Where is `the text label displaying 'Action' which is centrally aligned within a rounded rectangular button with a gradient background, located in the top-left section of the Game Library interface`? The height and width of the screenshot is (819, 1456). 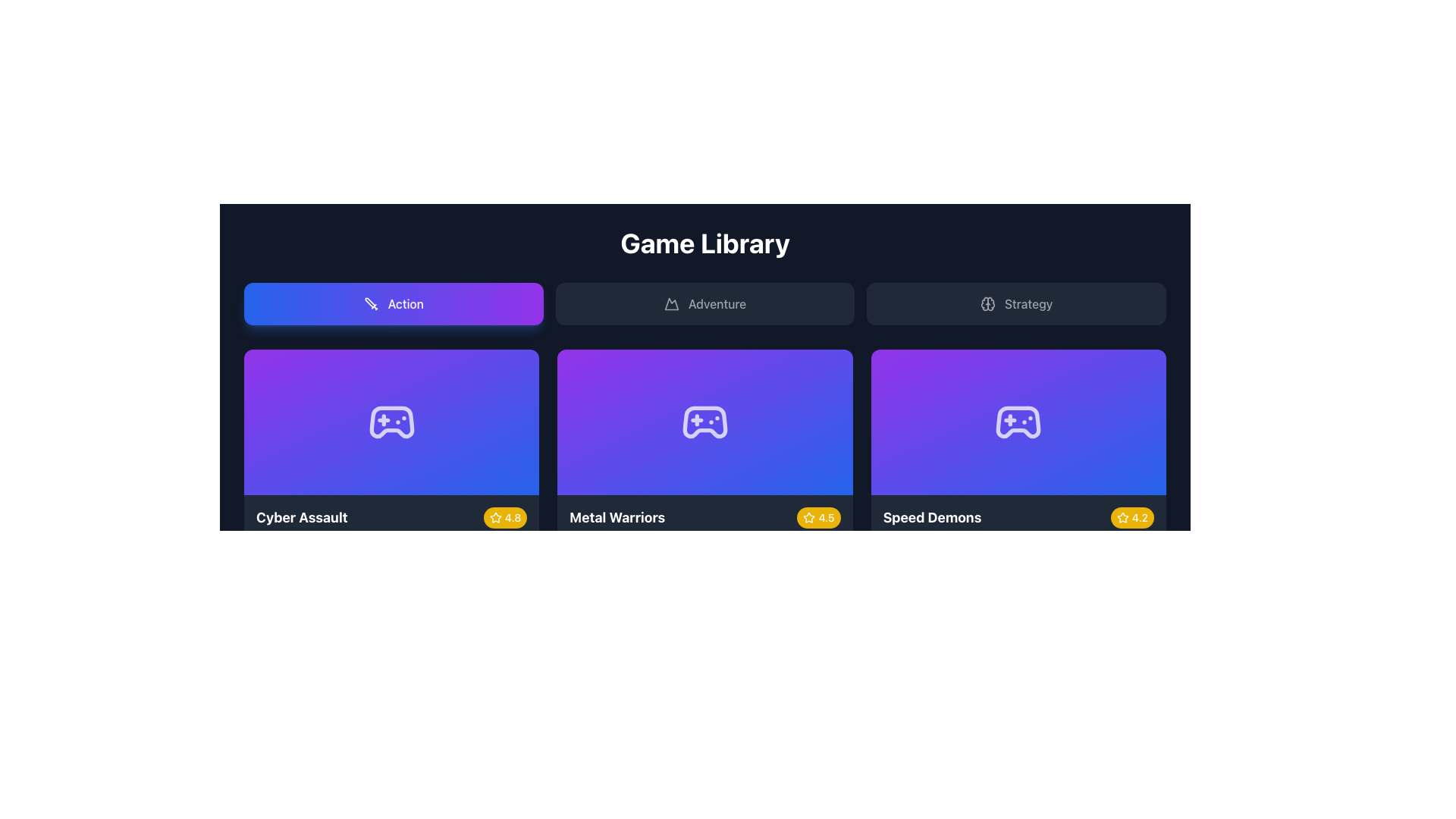 the text label displaying 'Action' which is centrally aligned within a rounded rectangular button with a gradient background, located in the top-left section of the Game Library interface is located at coordinates (406, 304).